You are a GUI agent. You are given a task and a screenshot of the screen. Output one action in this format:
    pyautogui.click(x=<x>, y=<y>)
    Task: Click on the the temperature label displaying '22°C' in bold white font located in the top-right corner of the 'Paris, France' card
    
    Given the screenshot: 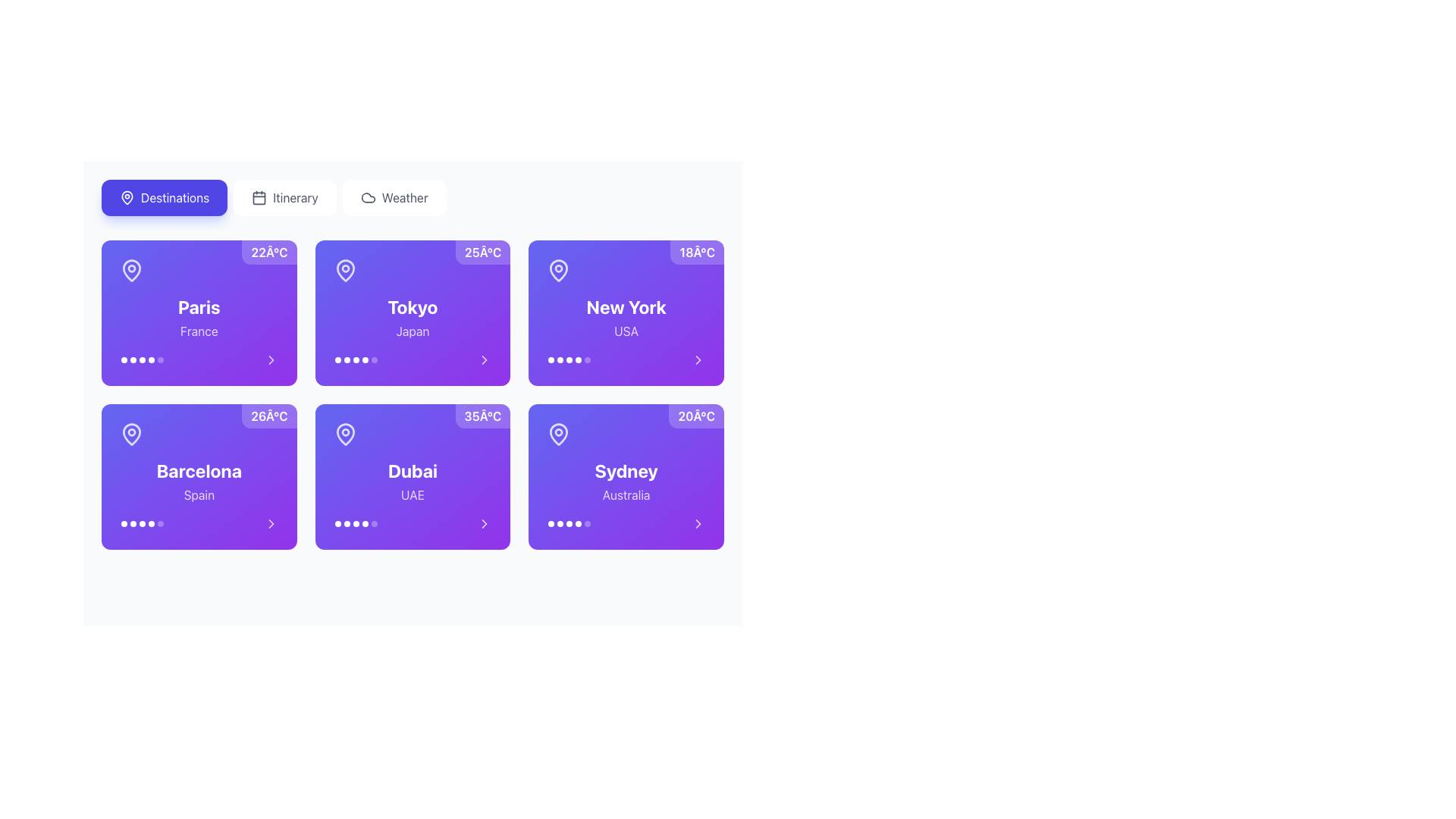 What is the action you would take?
    pyautogui.click(x=269, y=251)
    